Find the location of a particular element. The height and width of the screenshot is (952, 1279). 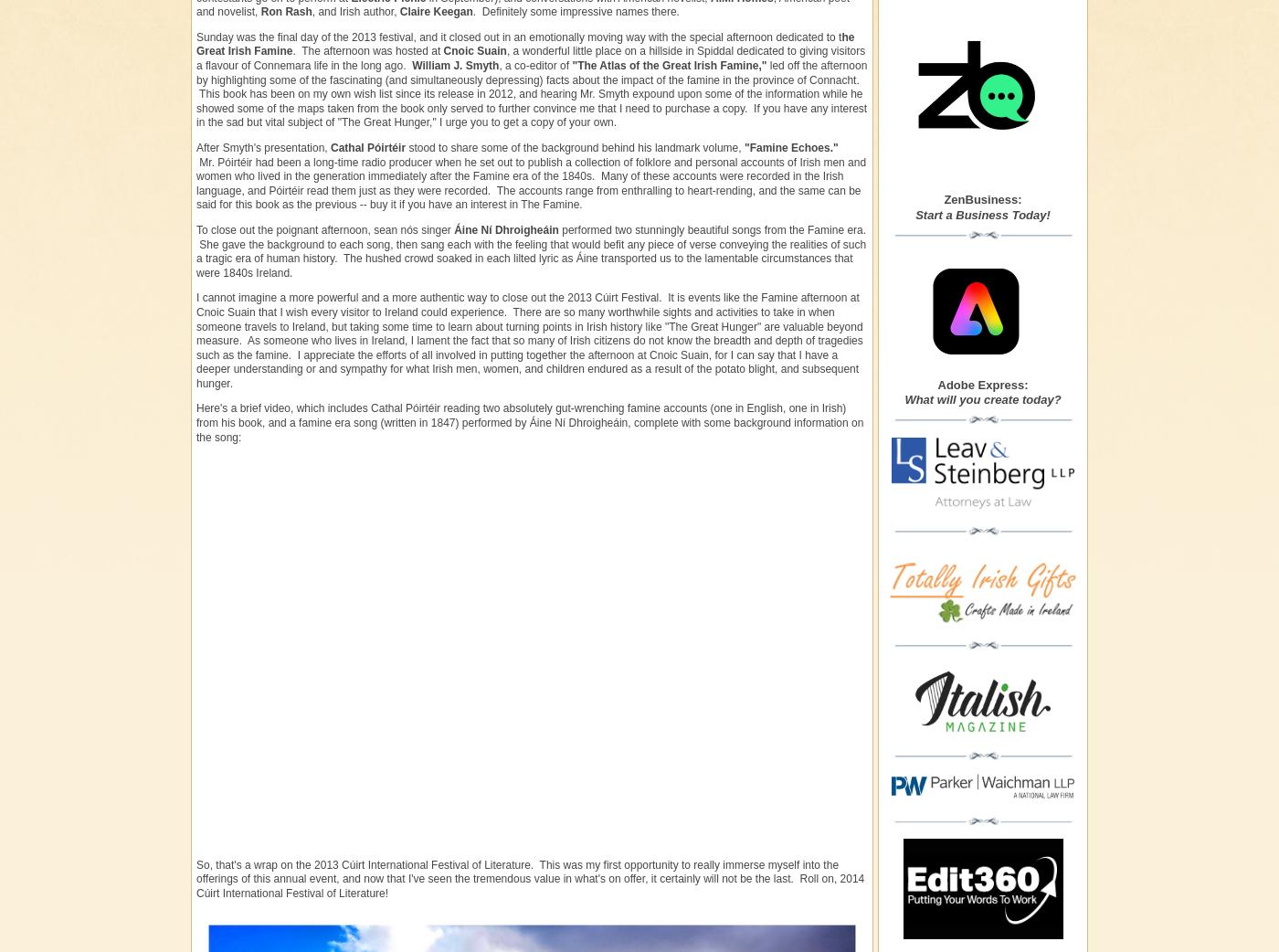

'led off the afternoon by highlighting some of the fascinating (and simultaneously depressing) facts about the impact of the famine in the province of Connacht.  This book has been on my own wish list since its release in 2012, and hearing Mr. Smyth expound upon some of the information while he showed some of the maps taken from the book only served to further convince me that I need to purchase a copy.  If you have any interest in the sad but vital subject of "The Great Hunger," I urge you to get a copy of your own.' is located at coordinates (531, 93).